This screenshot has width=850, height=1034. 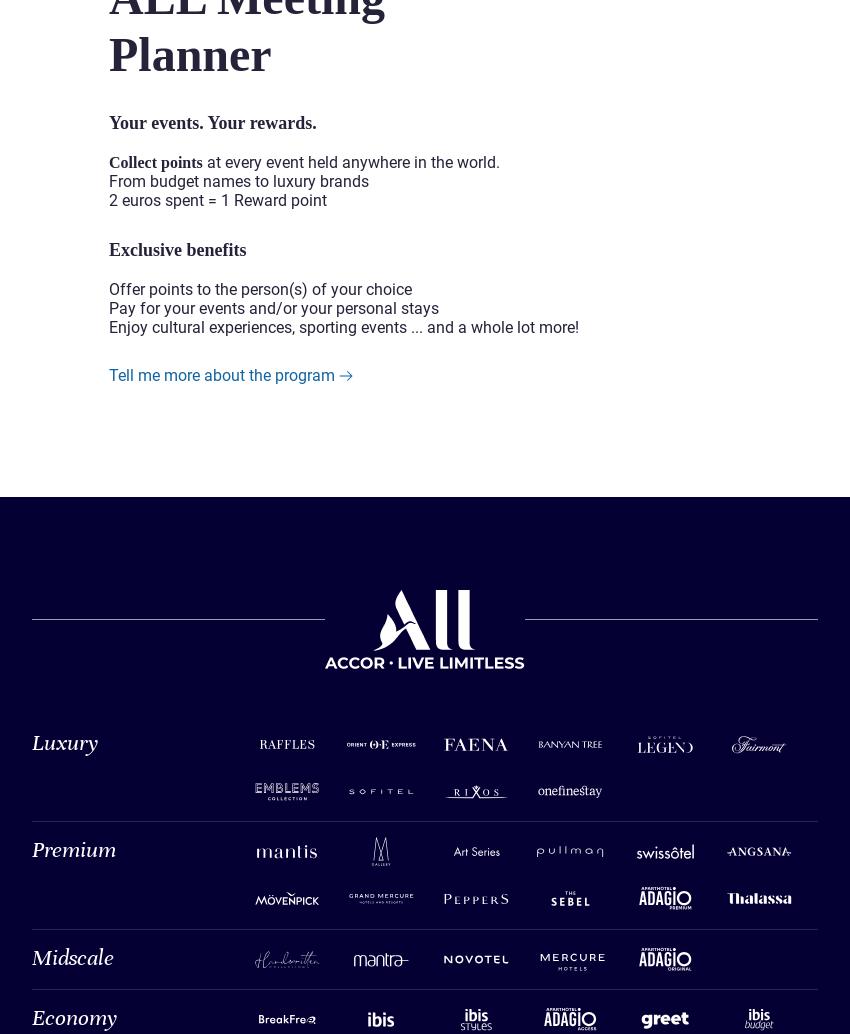 What do you see at coordinates (243, 180) in the screenshot?
I see `'From budget names to luxury brands'` at bounding box center [243, 180].